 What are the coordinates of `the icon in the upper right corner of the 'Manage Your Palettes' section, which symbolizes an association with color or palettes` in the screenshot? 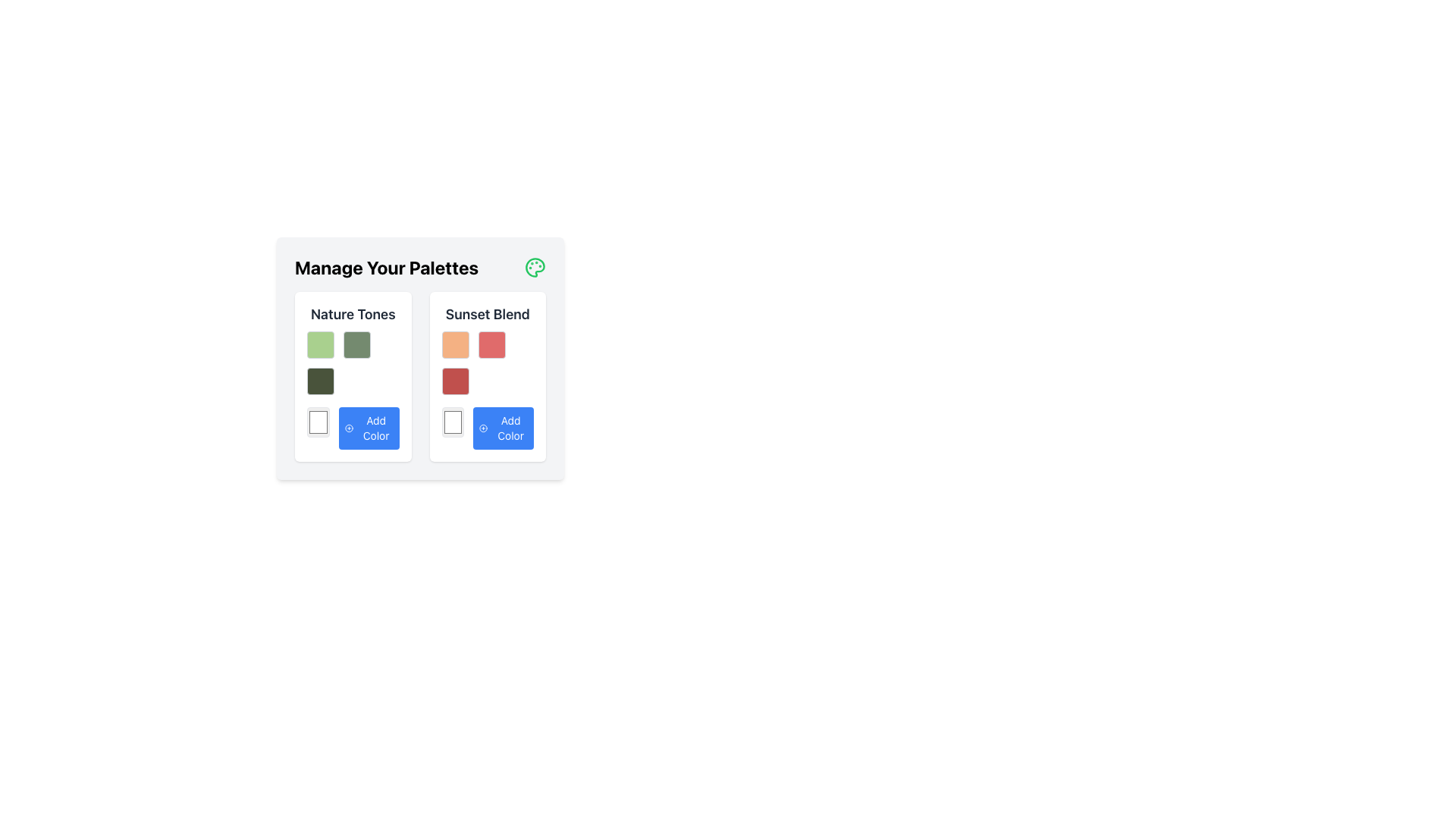 It's located at (535, 267).